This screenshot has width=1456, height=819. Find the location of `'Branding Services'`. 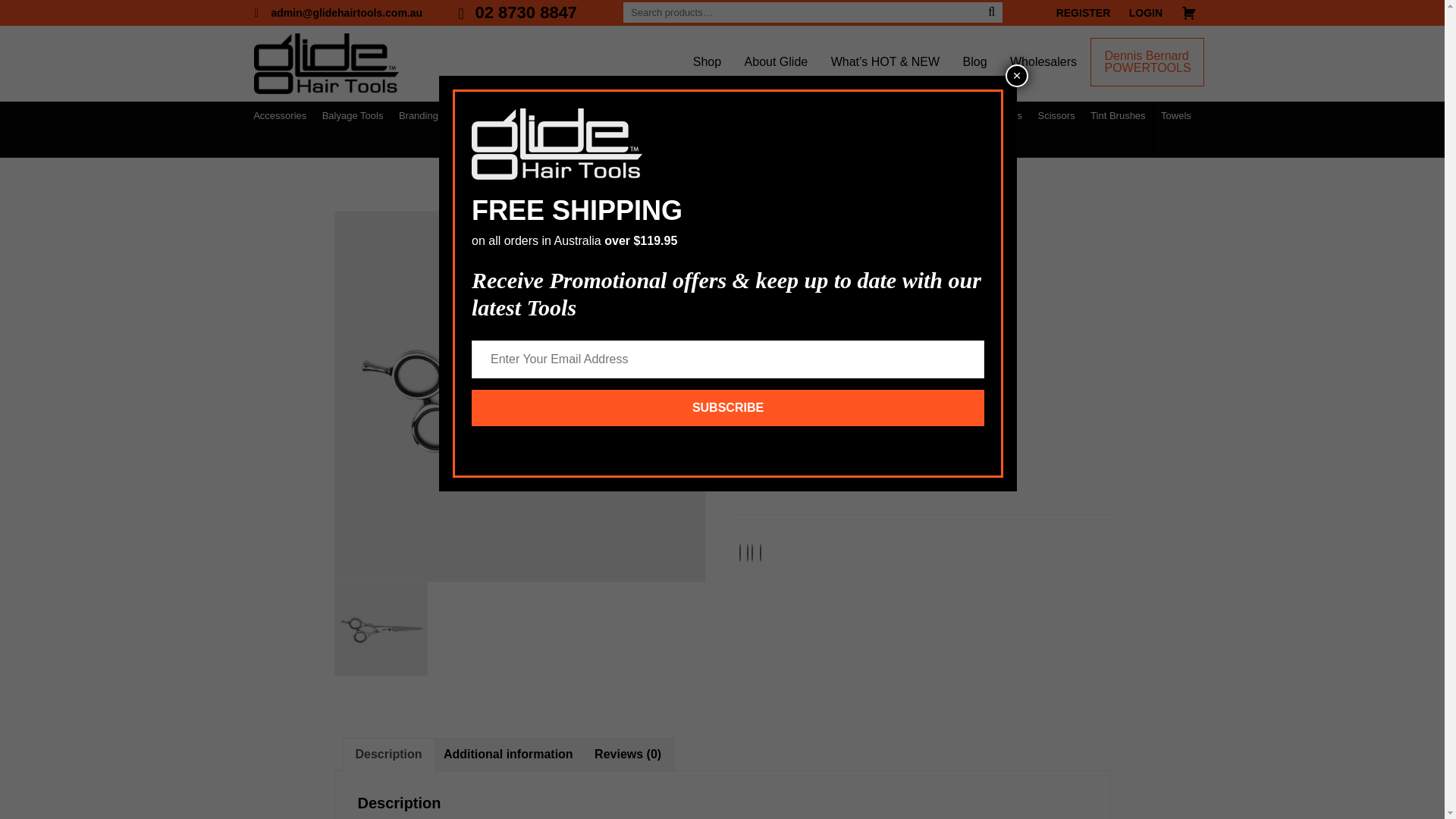

'Branding Services' is located at coordinates (438, 115).